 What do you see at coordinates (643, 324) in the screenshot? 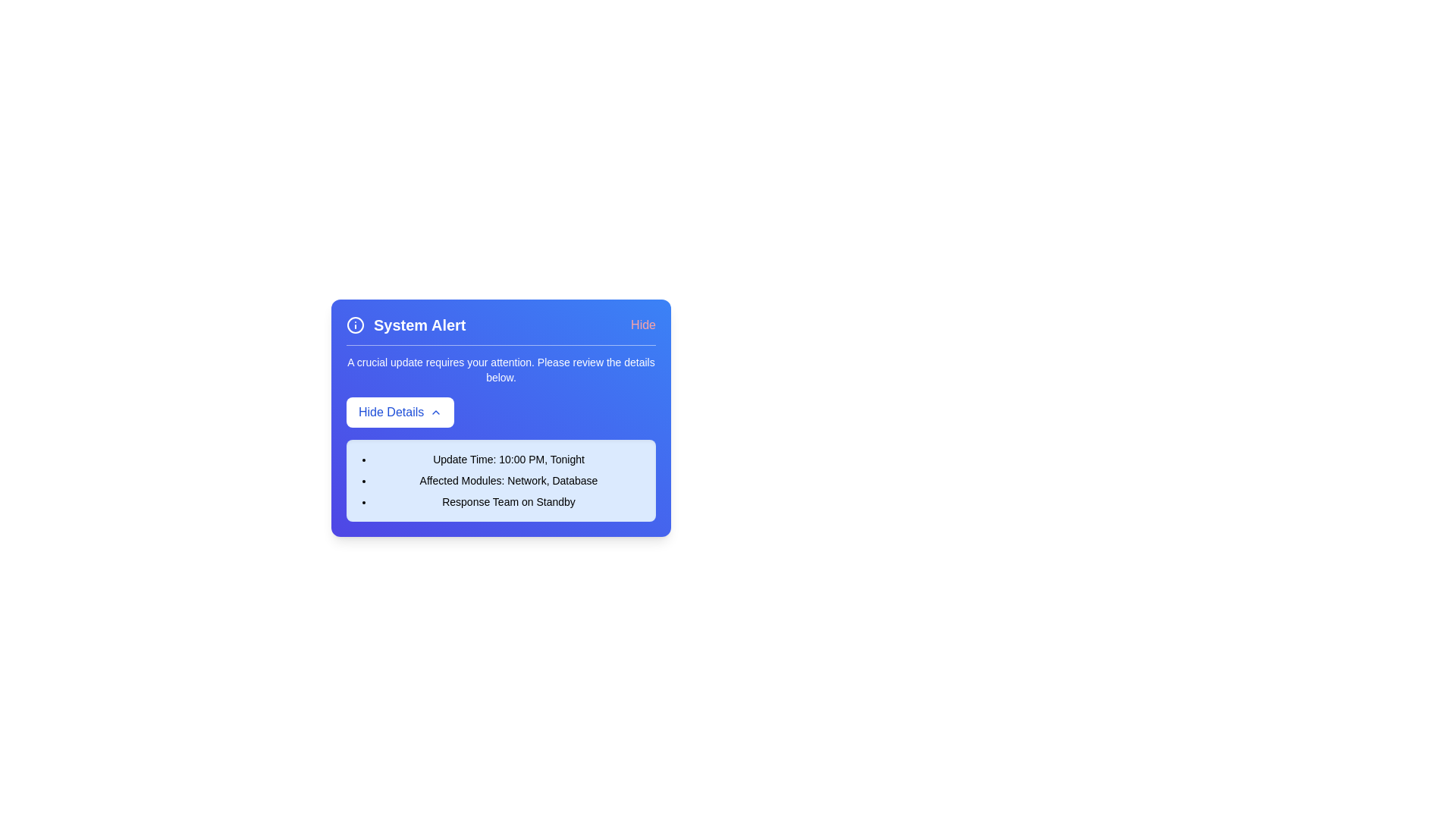
I see `the 'Hide' button to close the alert` at bounding box center [643, 324].